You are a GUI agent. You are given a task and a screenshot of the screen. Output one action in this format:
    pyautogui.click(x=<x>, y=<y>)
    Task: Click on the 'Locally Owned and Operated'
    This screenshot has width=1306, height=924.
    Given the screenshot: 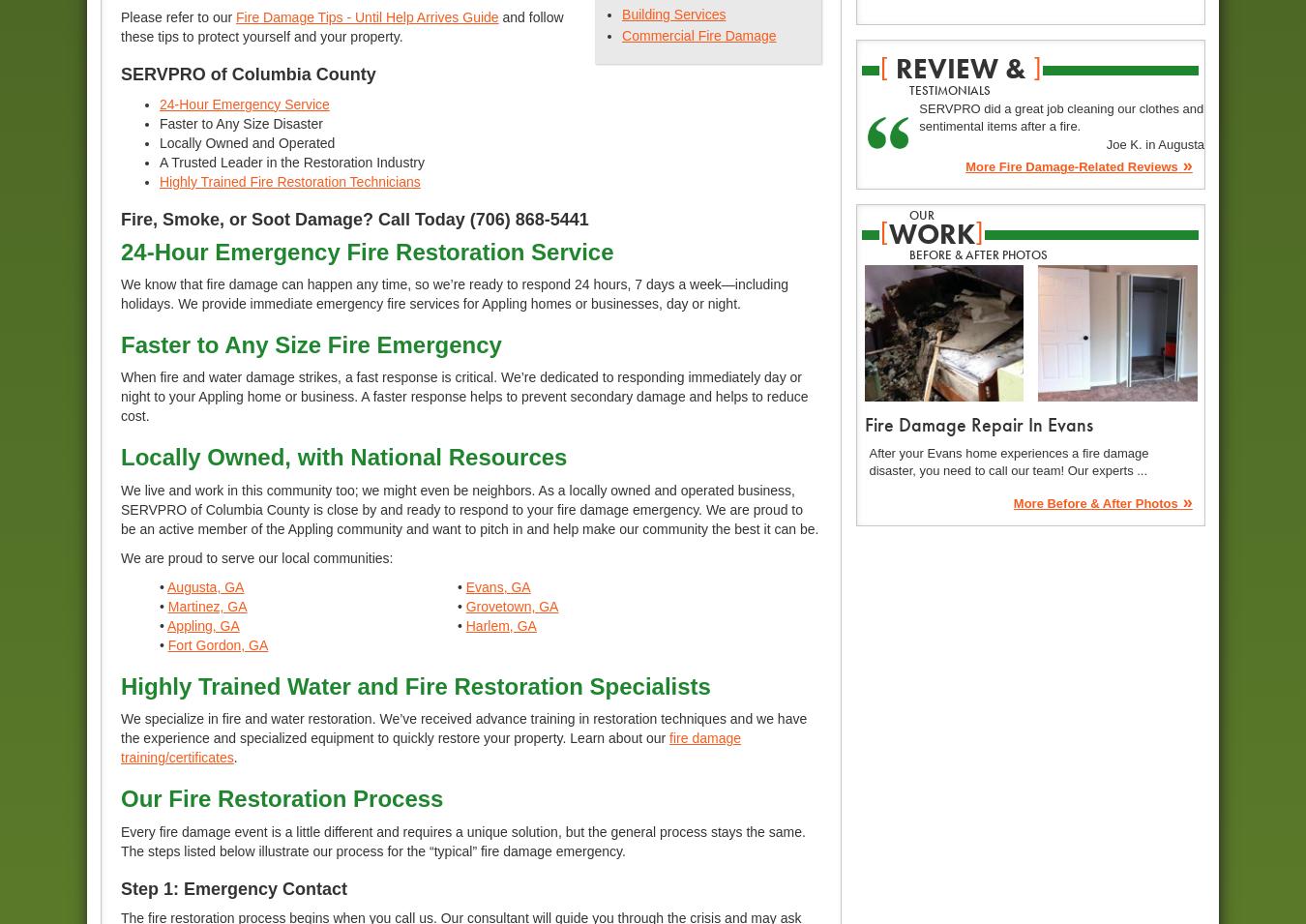 What is the action you would take?
    pyautogui.click(x=246, y=140)
    